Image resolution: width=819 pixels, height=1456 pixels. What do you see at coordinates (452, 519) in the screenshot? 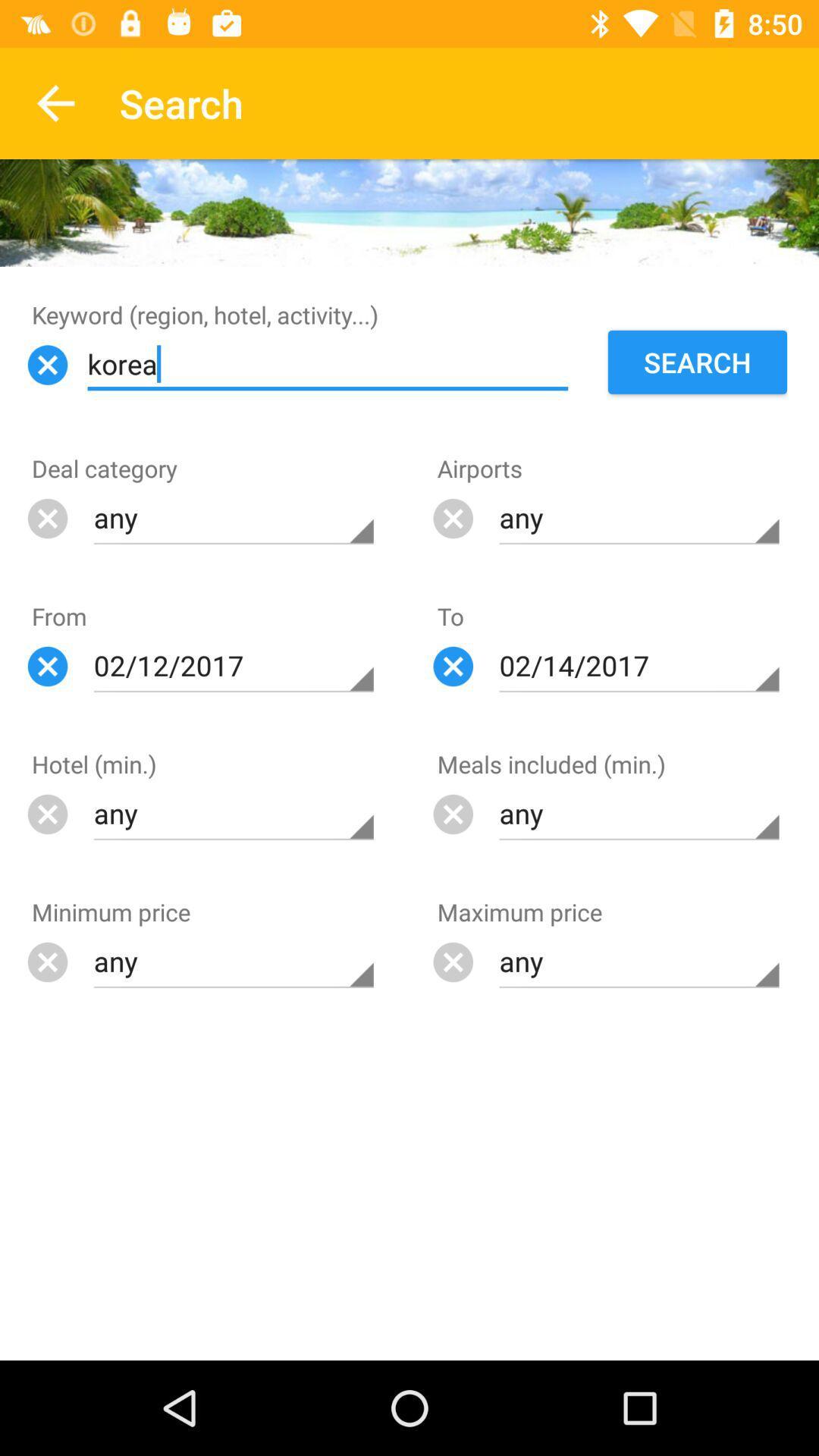
I see `the close icon` at bounding box center [452, 519].